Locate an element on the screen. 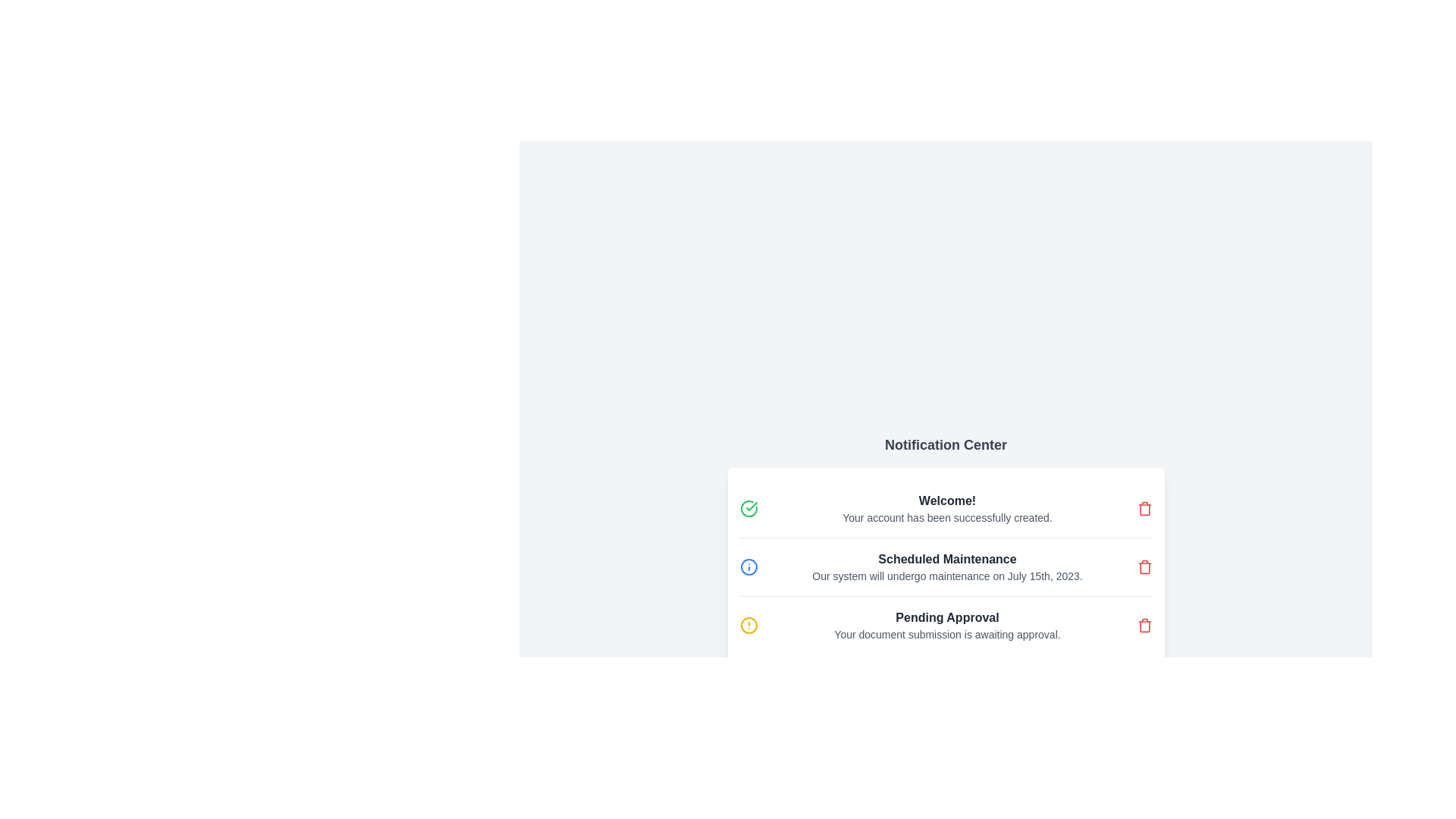  the SVG circle element inside the information icon representing 'Scheduled Maintenance' in the 'Notification Center' panel is located at coordinates (748, 567).